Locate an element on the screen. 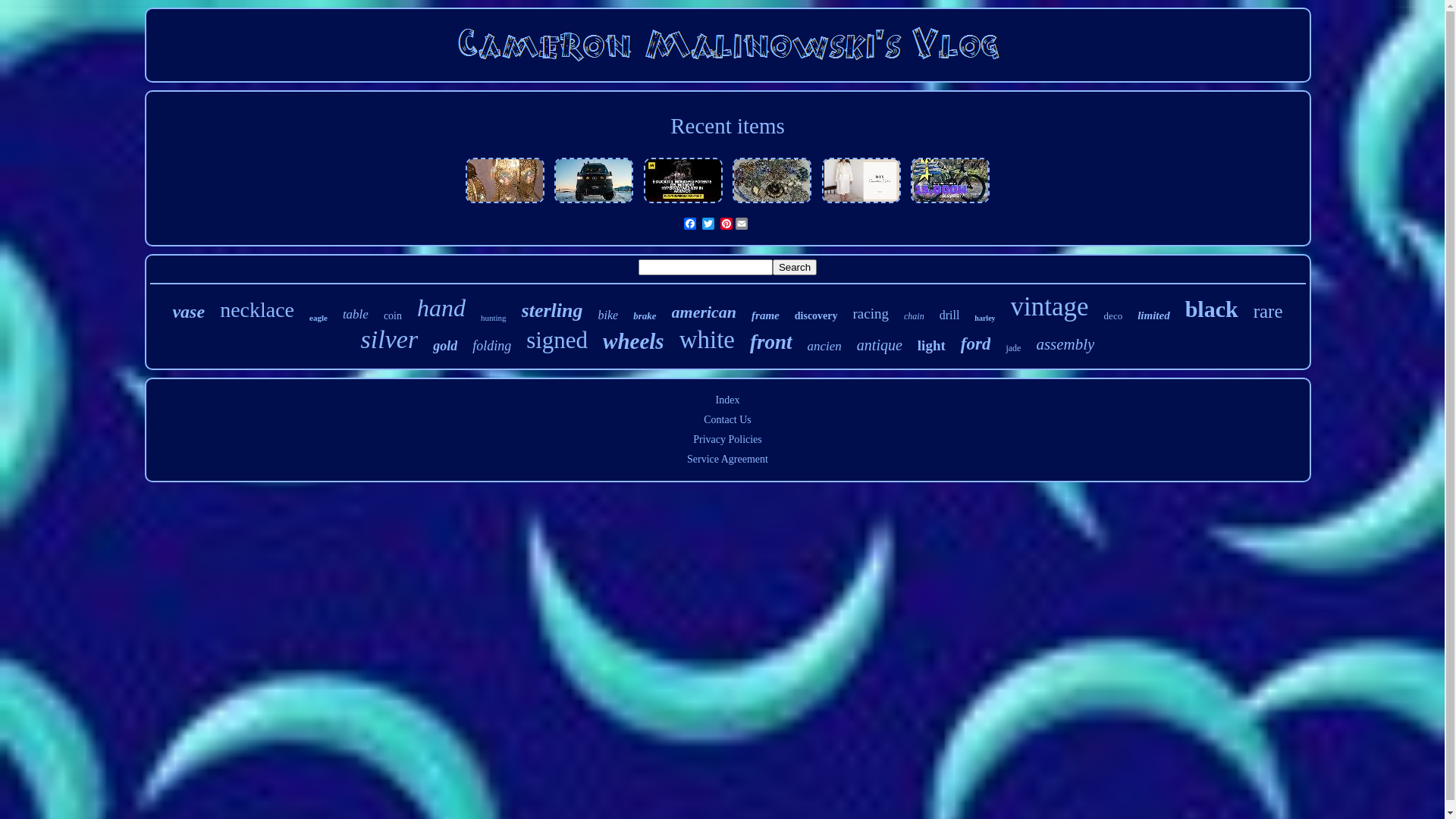 The height and width of the screenshot is (819, 1456). 'vintage' is located at coordinates (1011, 307).